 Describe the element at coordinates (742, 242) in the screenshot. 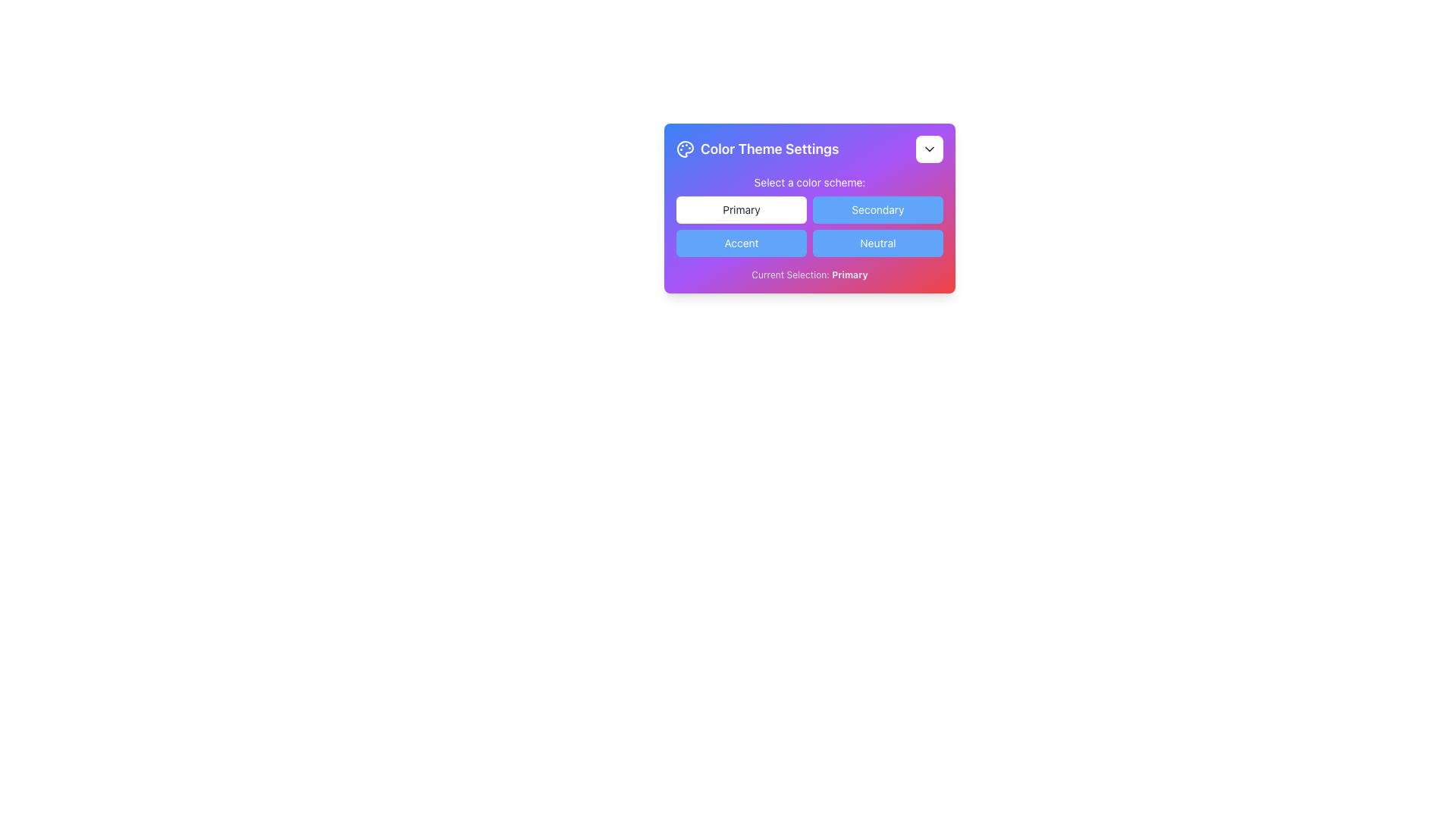

I see `the 'Accent' button, which is a rectangular button with a blue background and white text, located in the bottom-left position of a grid of four buttons labeled 'Primary', 'Secondary', 'Accent', and 'Neutral'` at that location.